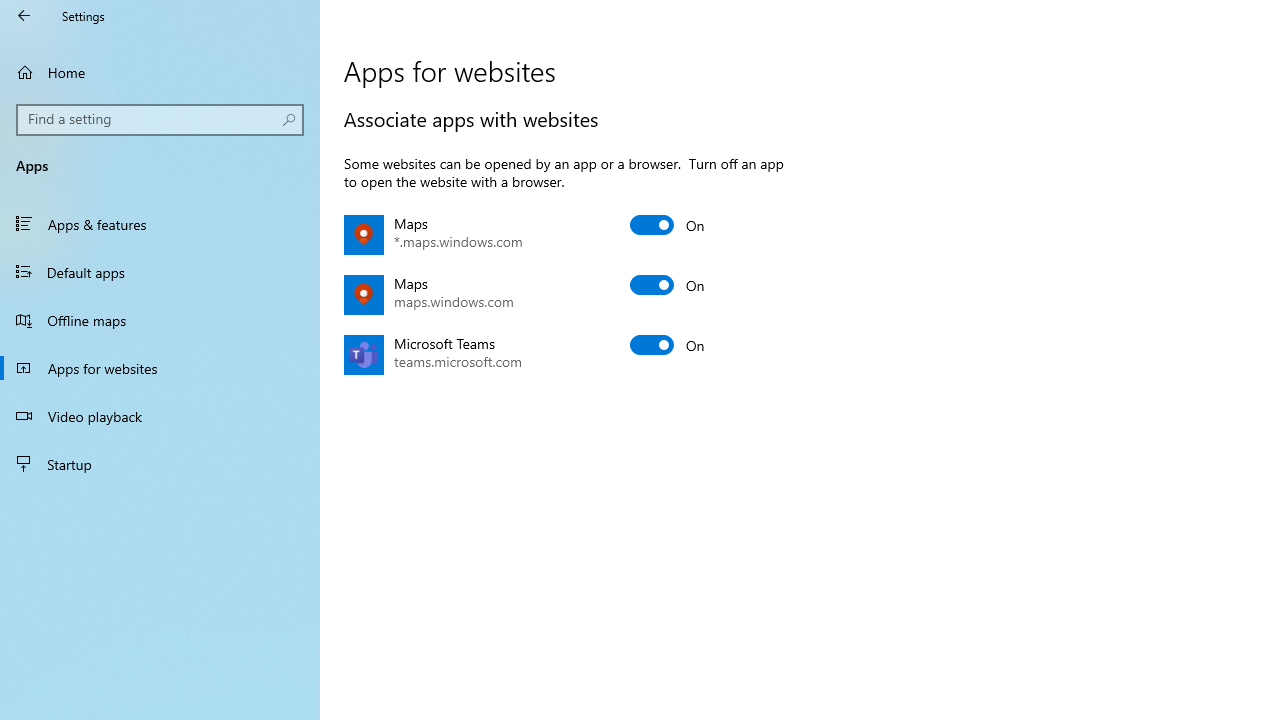 The image size is (1280, 720). Describe the element at coordinates (160, 119) in the screenshot. I see `'Search box, Find a setting'` at that location.